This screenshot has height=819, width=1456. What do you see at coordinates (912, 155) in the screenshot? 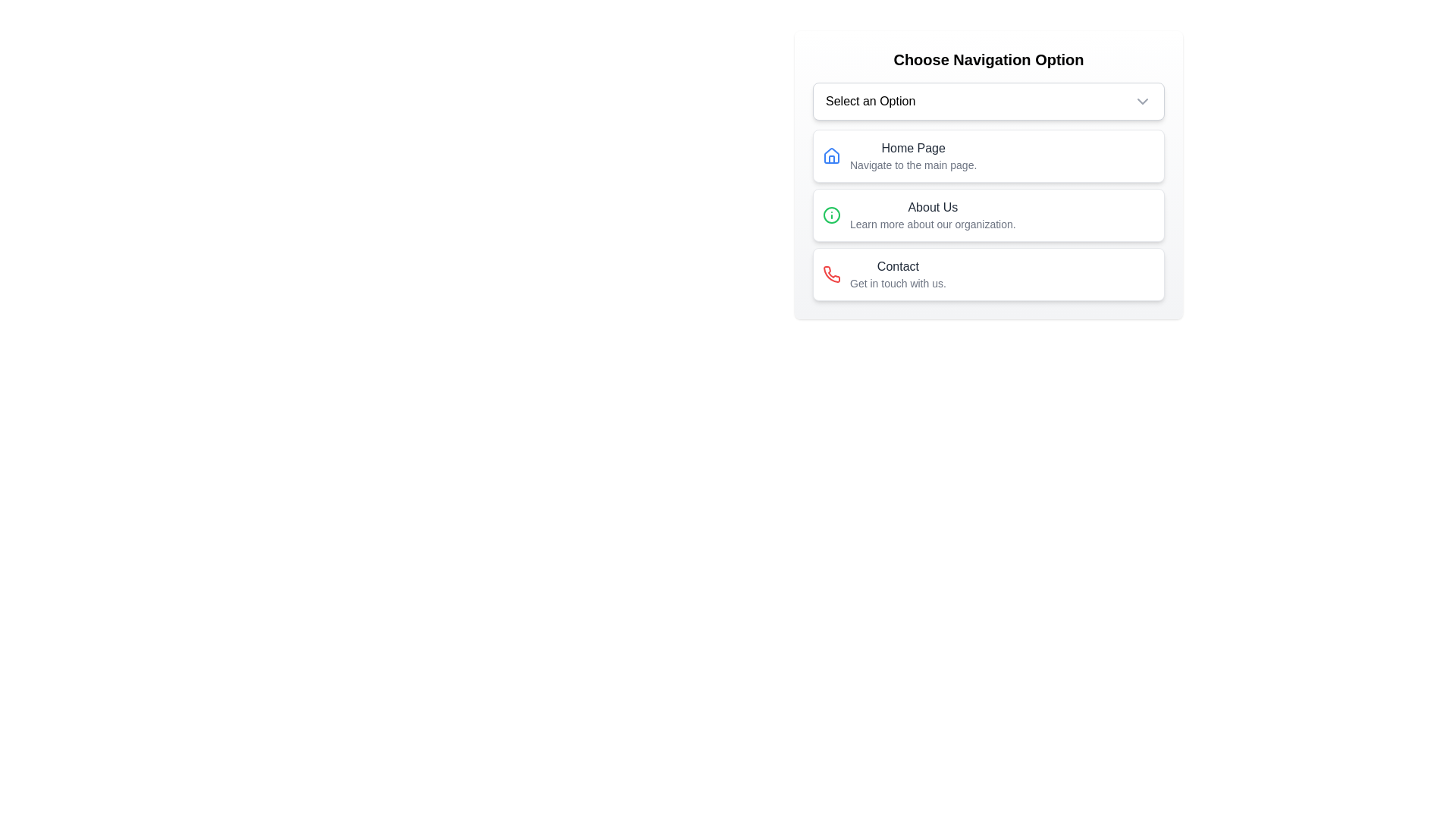
I see `the 'Home Page' button in the top center-right navigation menu` at bounding box center [912, 155].